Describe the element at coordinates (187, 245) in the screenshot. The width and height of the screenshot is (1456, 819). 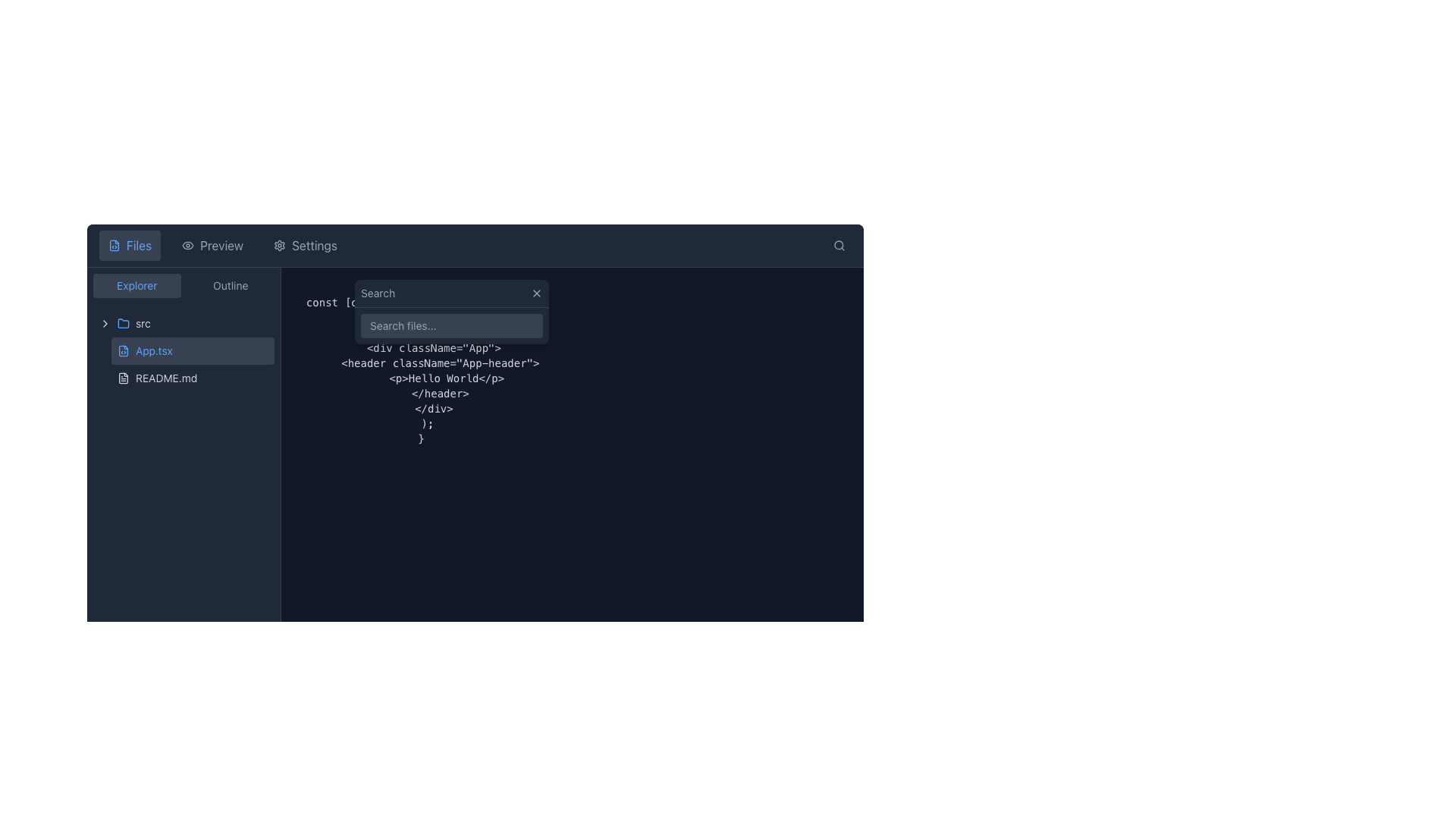
I see `the eye icon in the 'Preview' button located in the top bar of the interface` at that location.